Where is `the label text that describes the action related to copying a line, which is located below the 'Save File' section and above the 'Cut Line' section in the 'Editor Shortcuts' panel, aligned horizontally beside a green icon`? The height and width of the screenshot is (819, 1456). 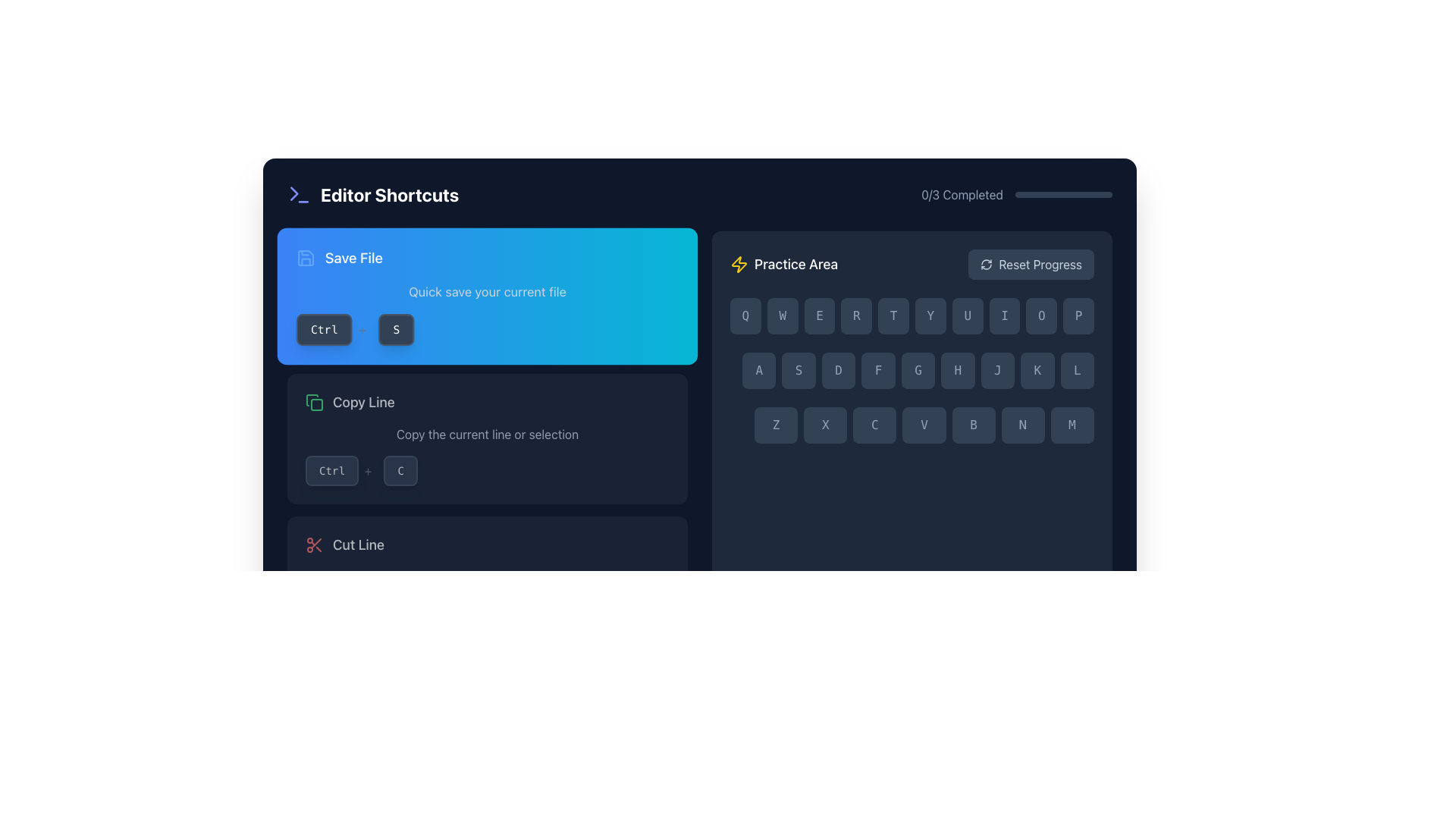 the label text that describes the action related to copying a line, which is located below the 'Save File' section and above the 'Cut Line' section in the 'Editor Shortcuts' panel, aligned horizontally beside a green icon is located at coordinates (362, 402).